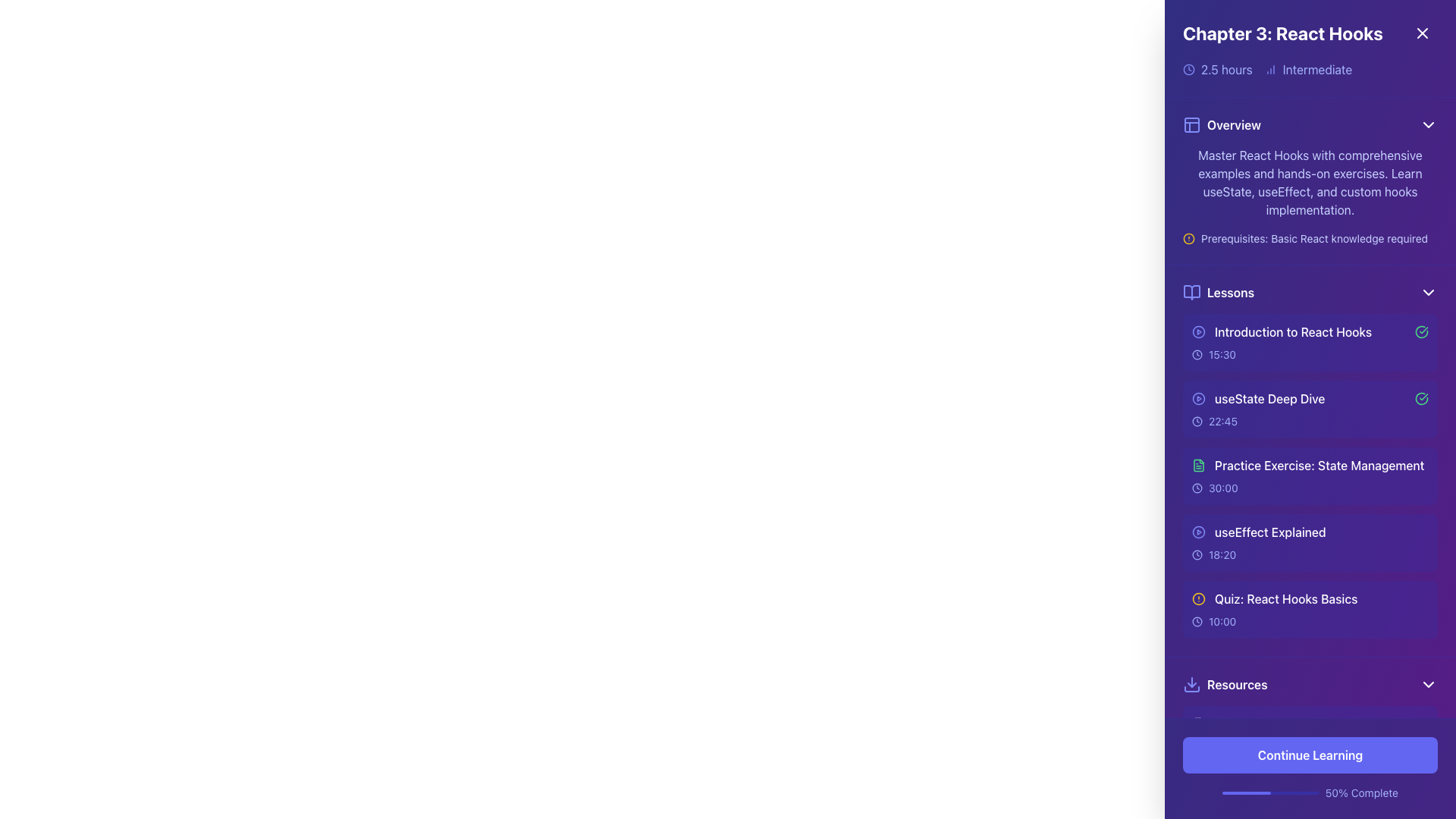 This screenshot has width=1456, height=819. What do you see at coordinates (1222, 421) in the screenshot?
I see `the static text indicating the length or duration of the 'useState Deep Dive' lesson, positioned in the second entry of the 'Lessons' section` at bounding box center [1222, 421].